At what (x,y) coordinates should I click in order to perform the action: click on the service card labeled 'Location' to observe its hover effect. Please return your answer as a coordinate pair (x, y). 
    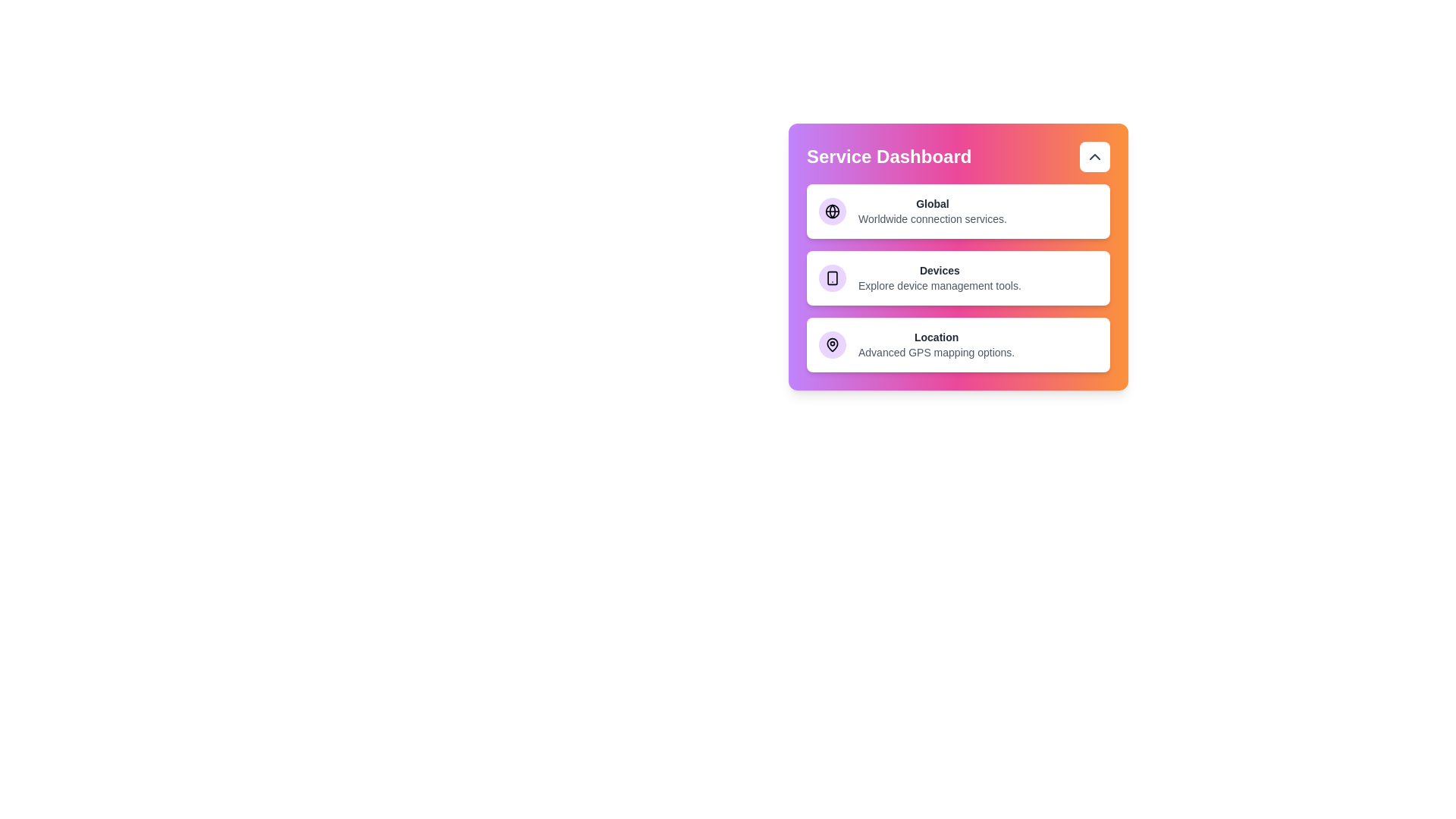
    Looking at the image, I should click on (957, 345).